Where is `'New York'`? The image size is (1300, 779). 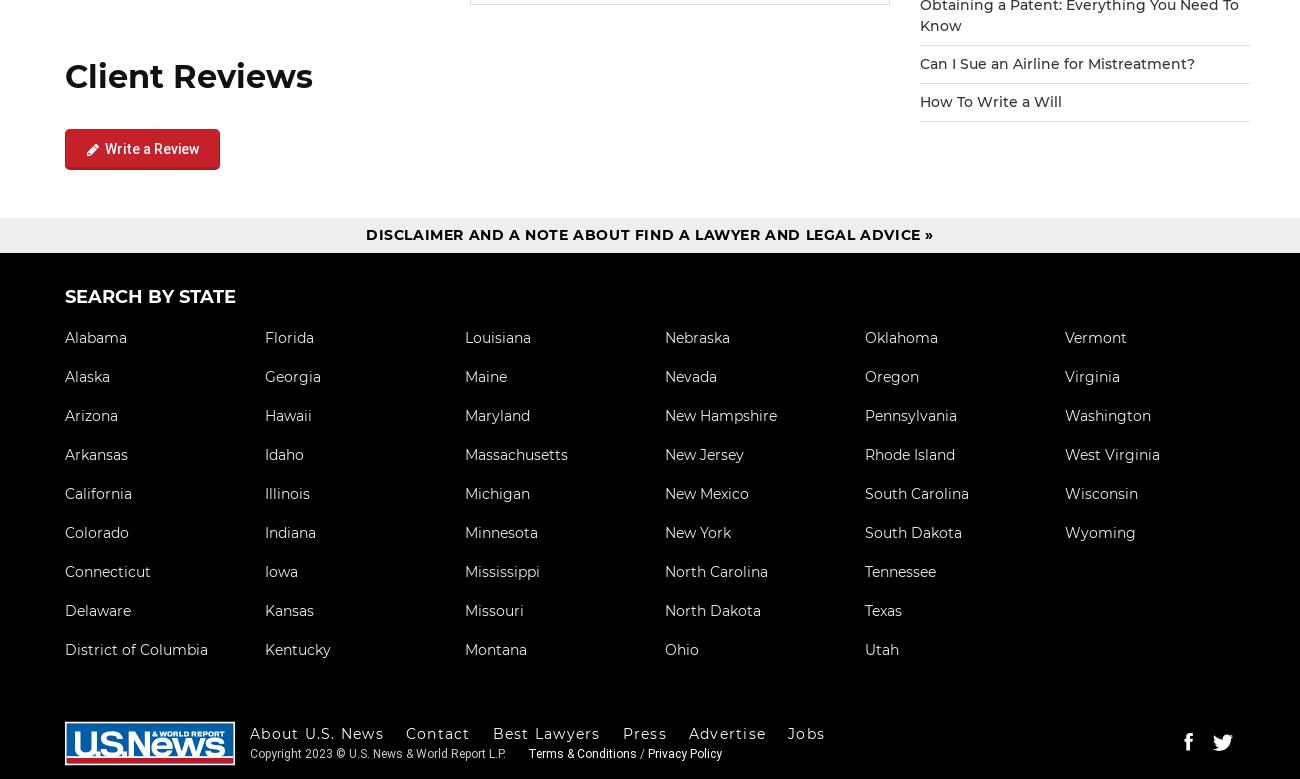
'New York' is located at coordinates (696, 531).